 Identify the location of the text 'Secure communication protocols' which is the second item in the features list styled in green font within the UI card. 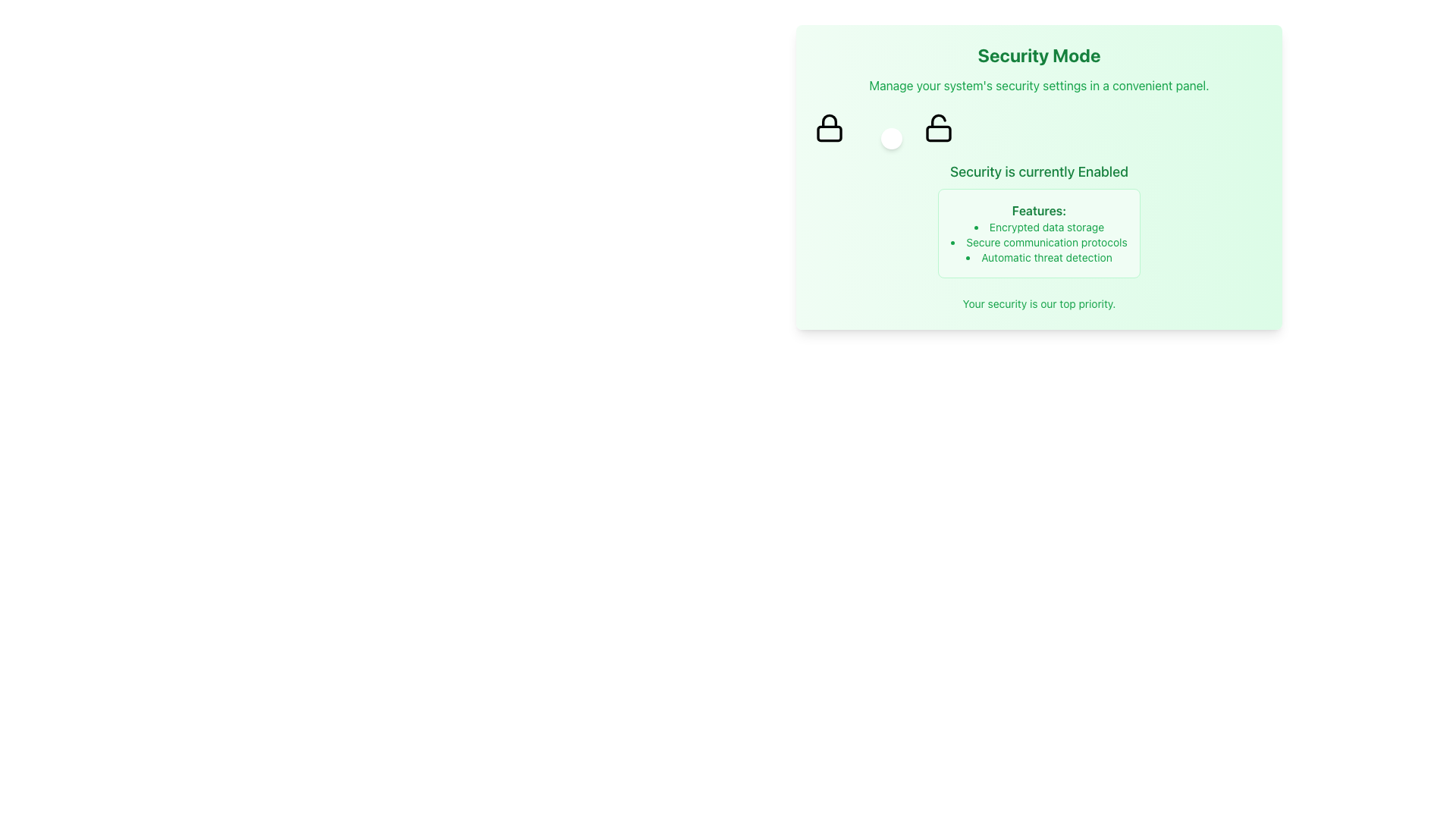
(1038, 242).